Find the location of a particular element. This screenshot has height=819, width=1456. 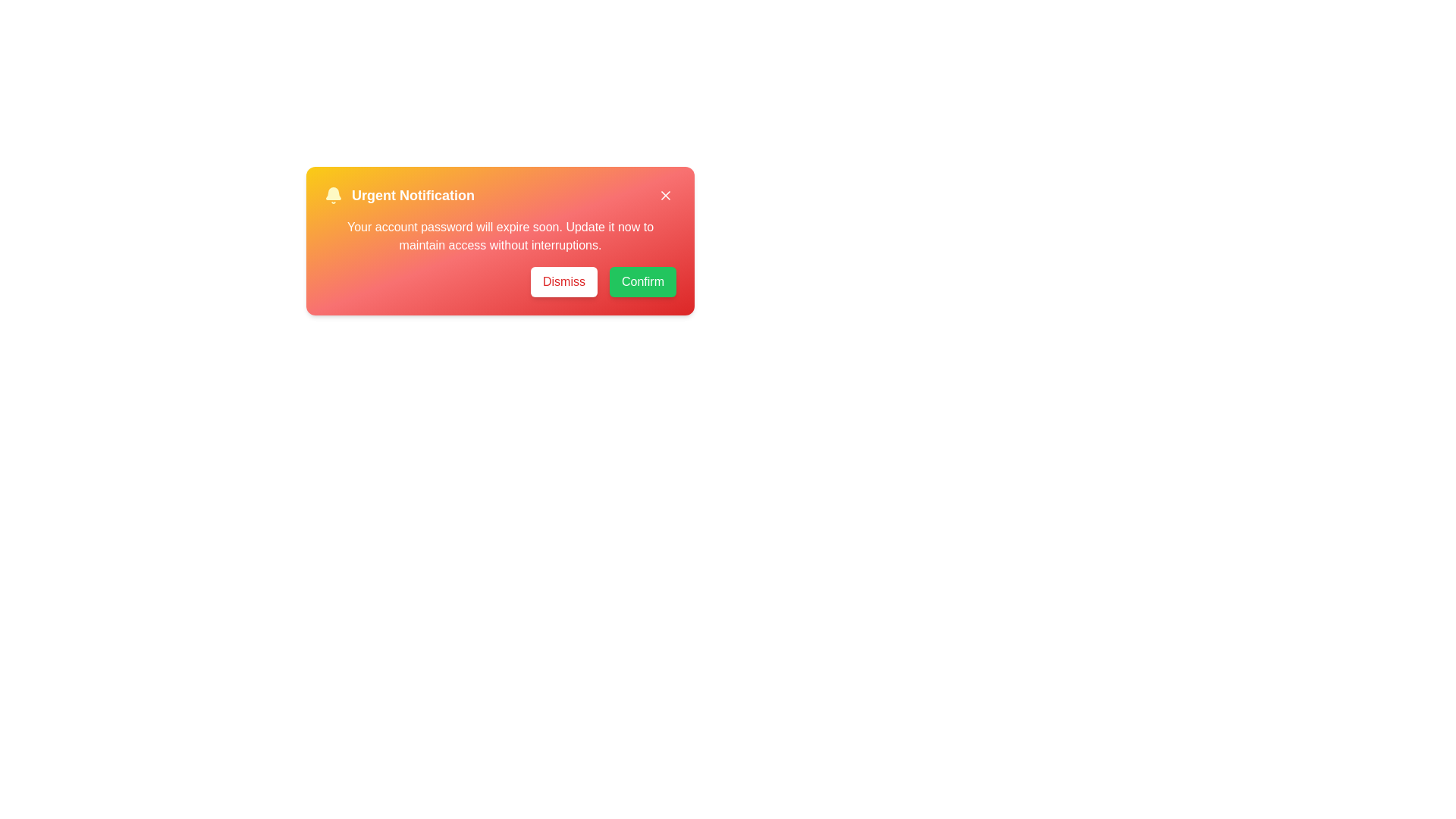

the bell icon to simulate visual engagement is located at coordinates (333, 195).